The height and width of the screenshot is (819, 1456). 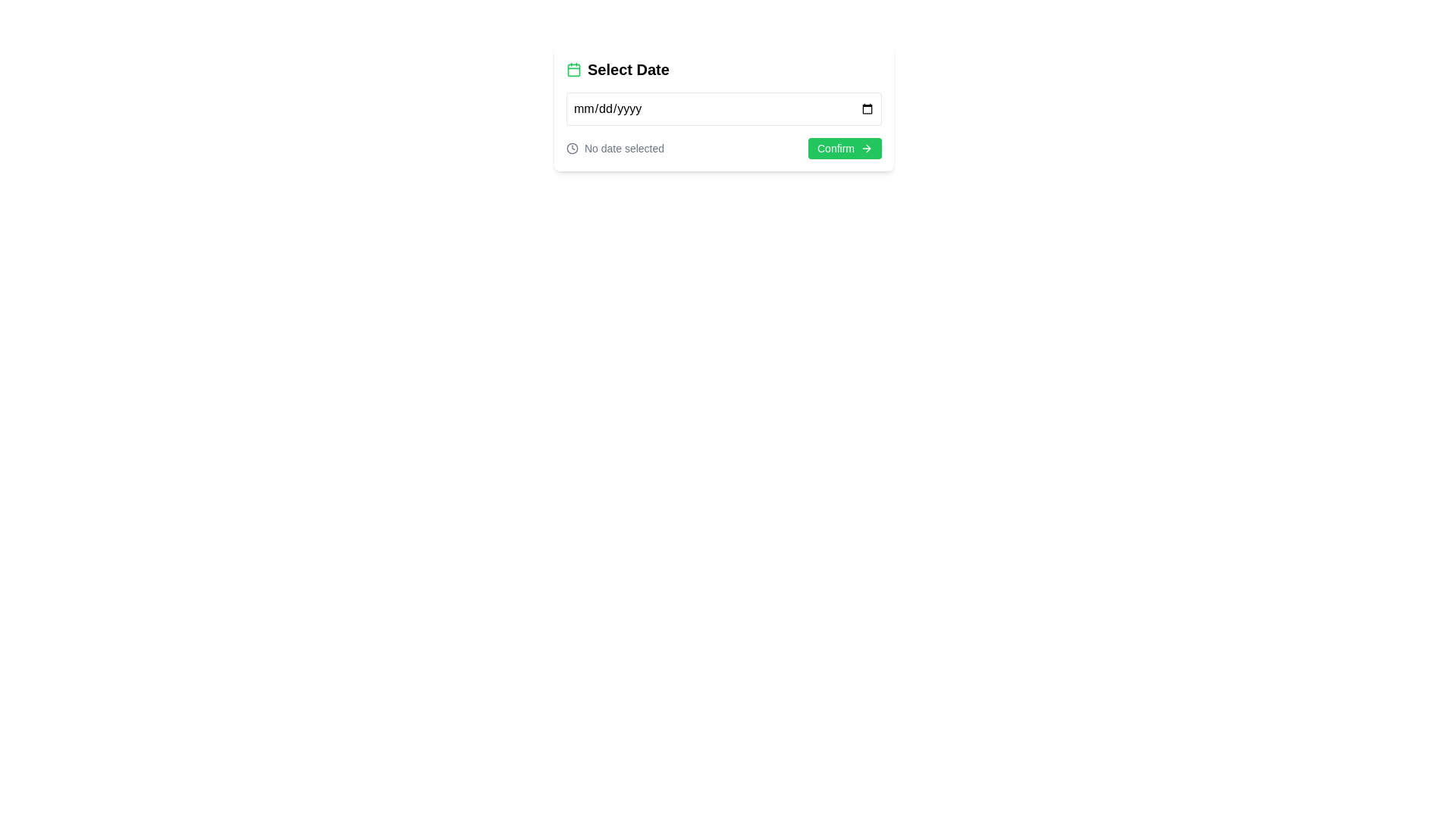 What do you see at coordinates (628, 70) in the screenshot?
I see `the 'Select Date' text label that is bold and larger in size, located to the right of a green calendar icon` at bounding box center [628, 70].